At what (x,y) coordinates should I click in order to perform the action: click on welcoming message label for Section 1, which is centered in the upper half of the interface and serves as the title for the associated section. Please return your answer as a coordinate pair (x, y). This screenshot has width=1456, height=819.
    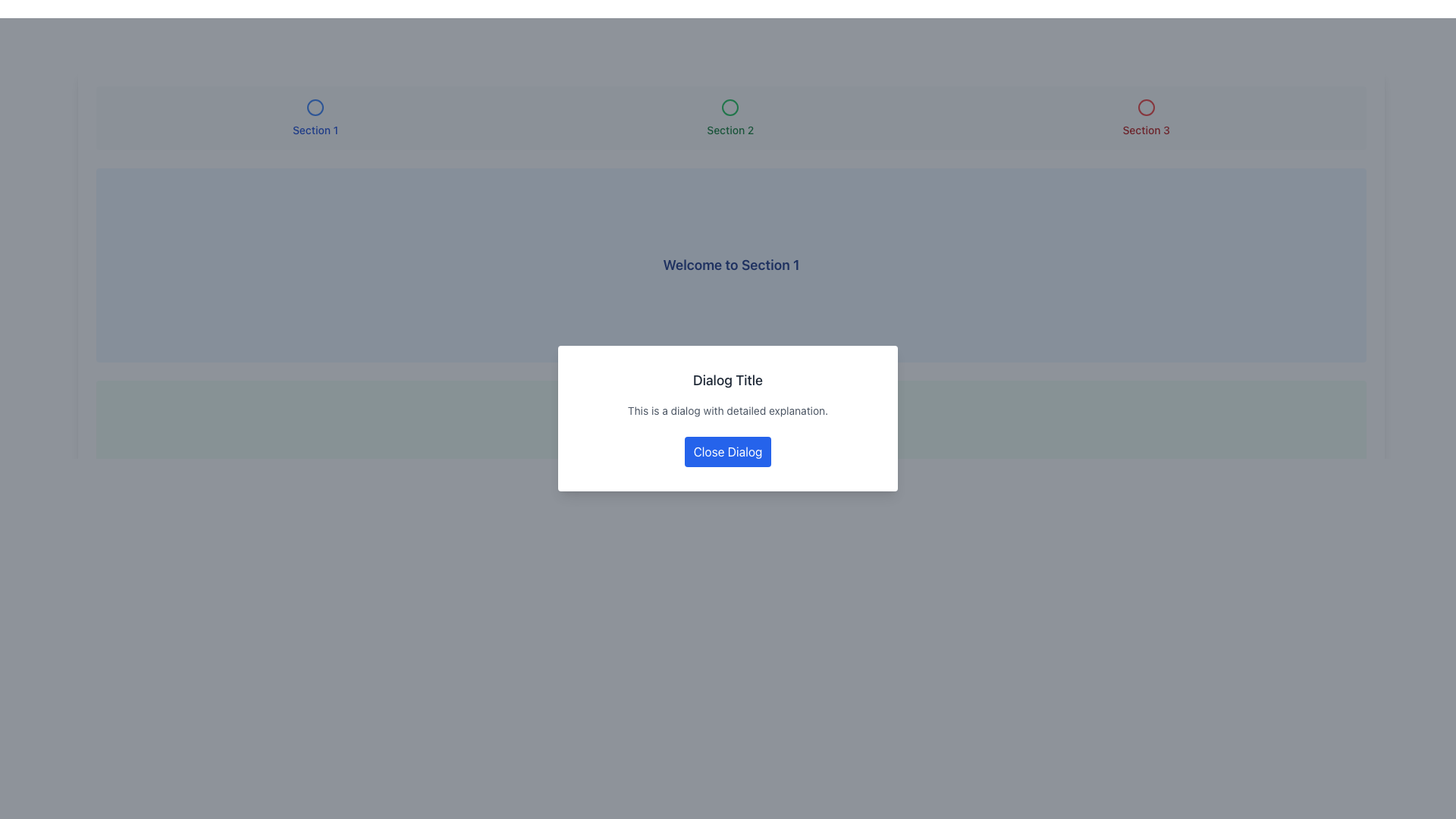
    Looking at the image, I should click on (731, 265).